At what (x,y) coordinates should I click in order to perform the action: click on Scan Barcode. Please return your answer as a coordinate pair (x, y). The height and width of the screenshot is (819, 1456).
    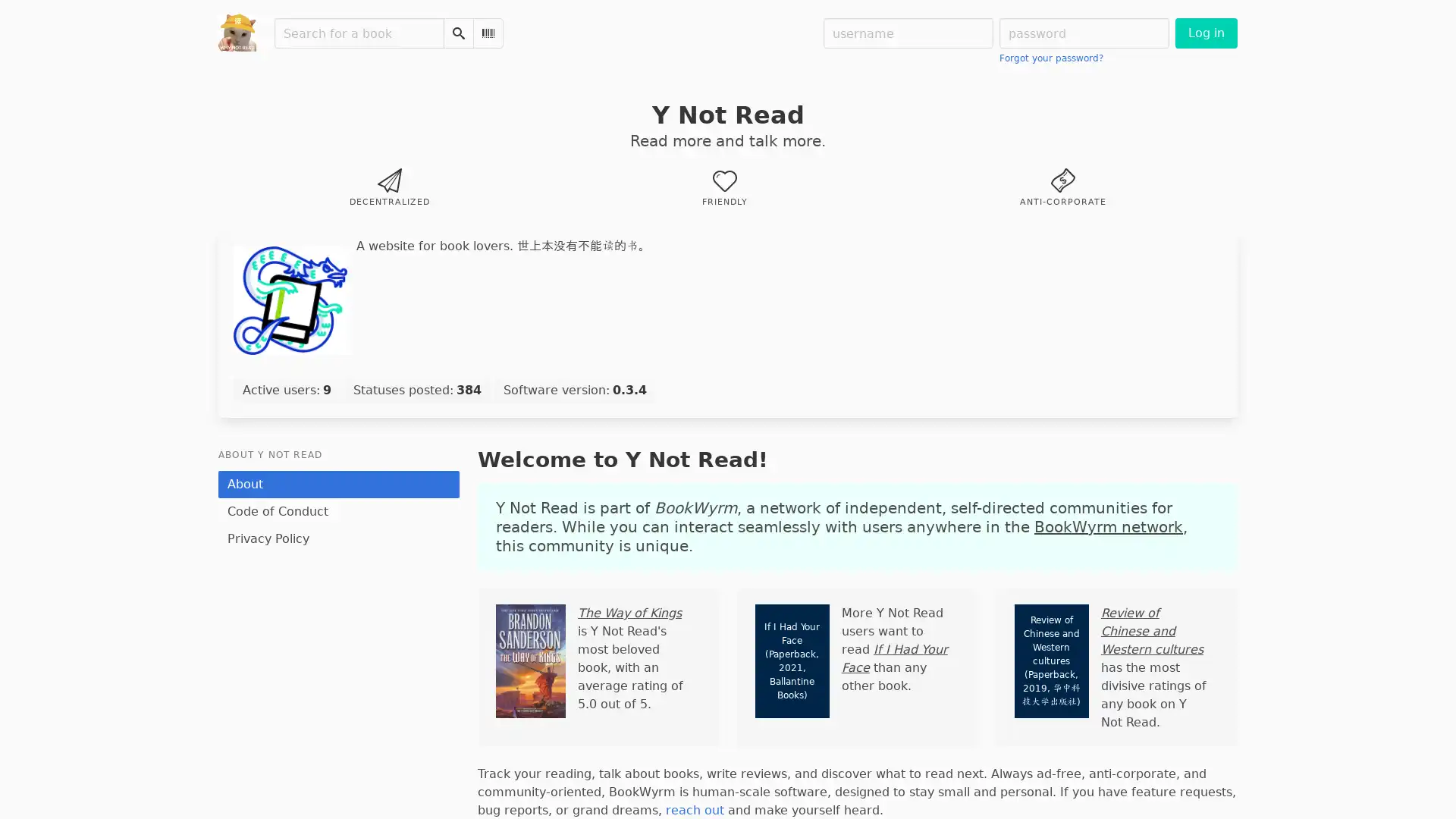
    Looking at the image, I should click on (488, 33).